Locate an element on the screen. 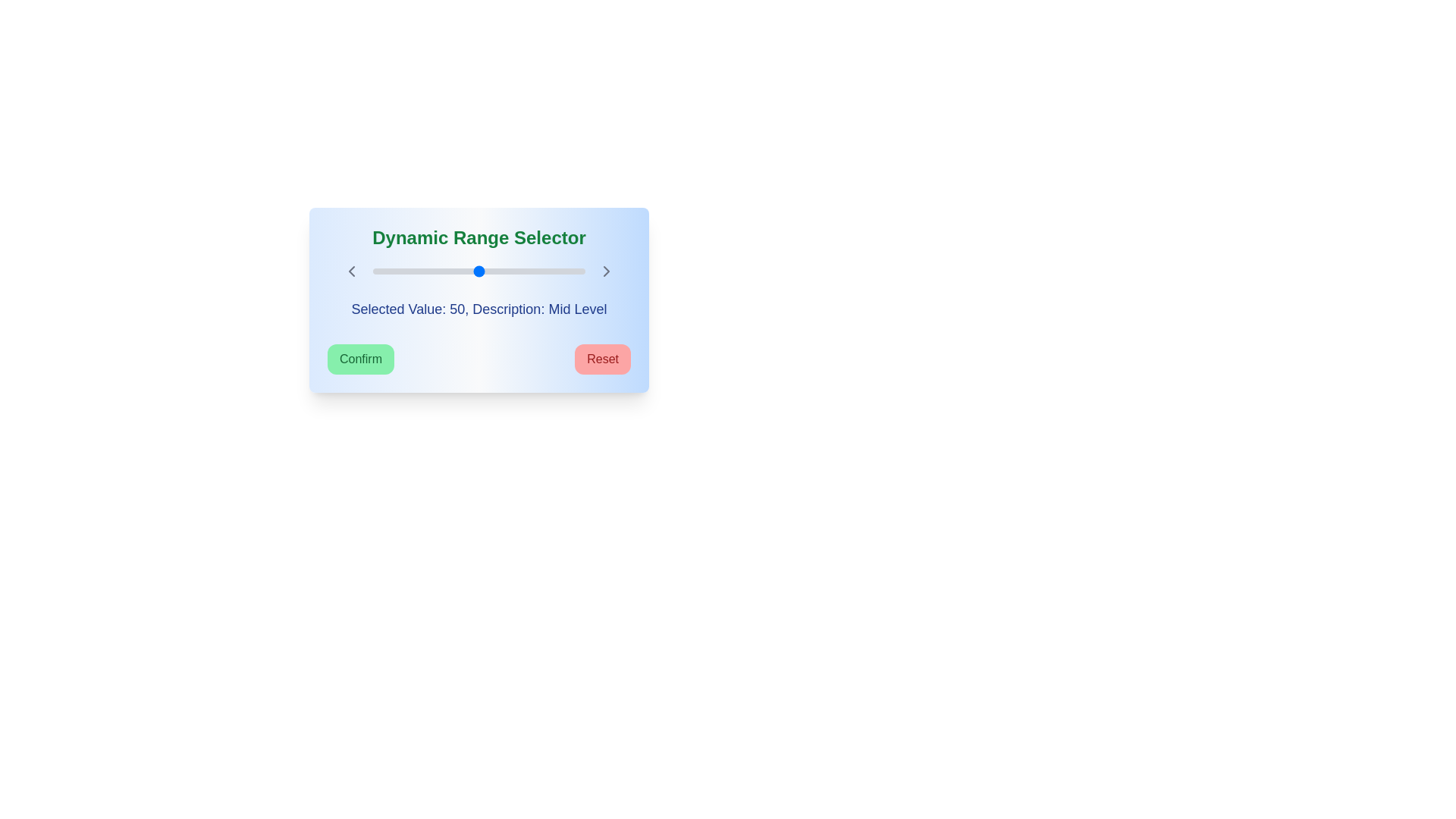 The image size is (1456, 819). the slider is located at coordinates (438, 271).